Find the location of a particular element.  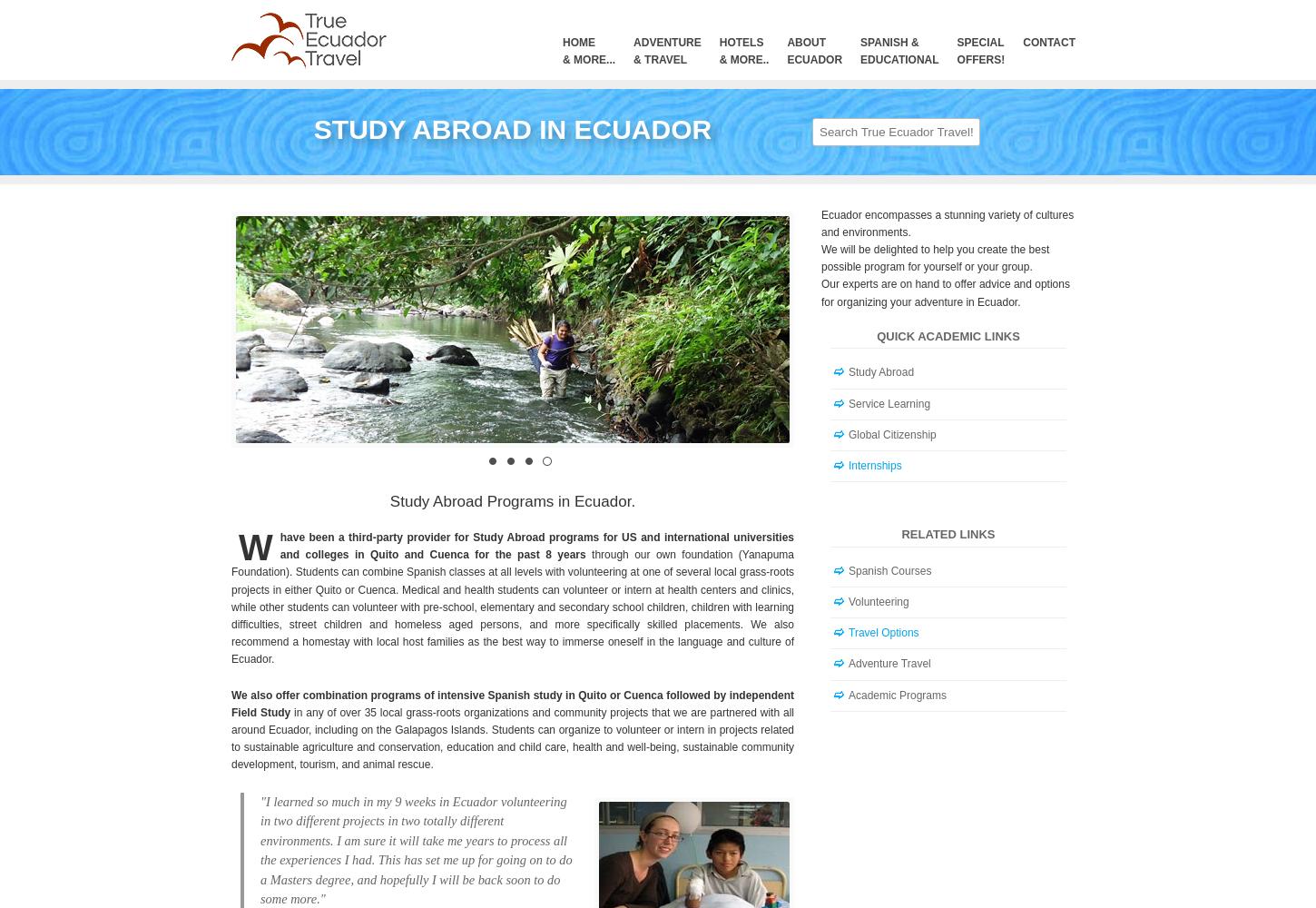

'Global Citizenship' is located at coordinates (891, 433).